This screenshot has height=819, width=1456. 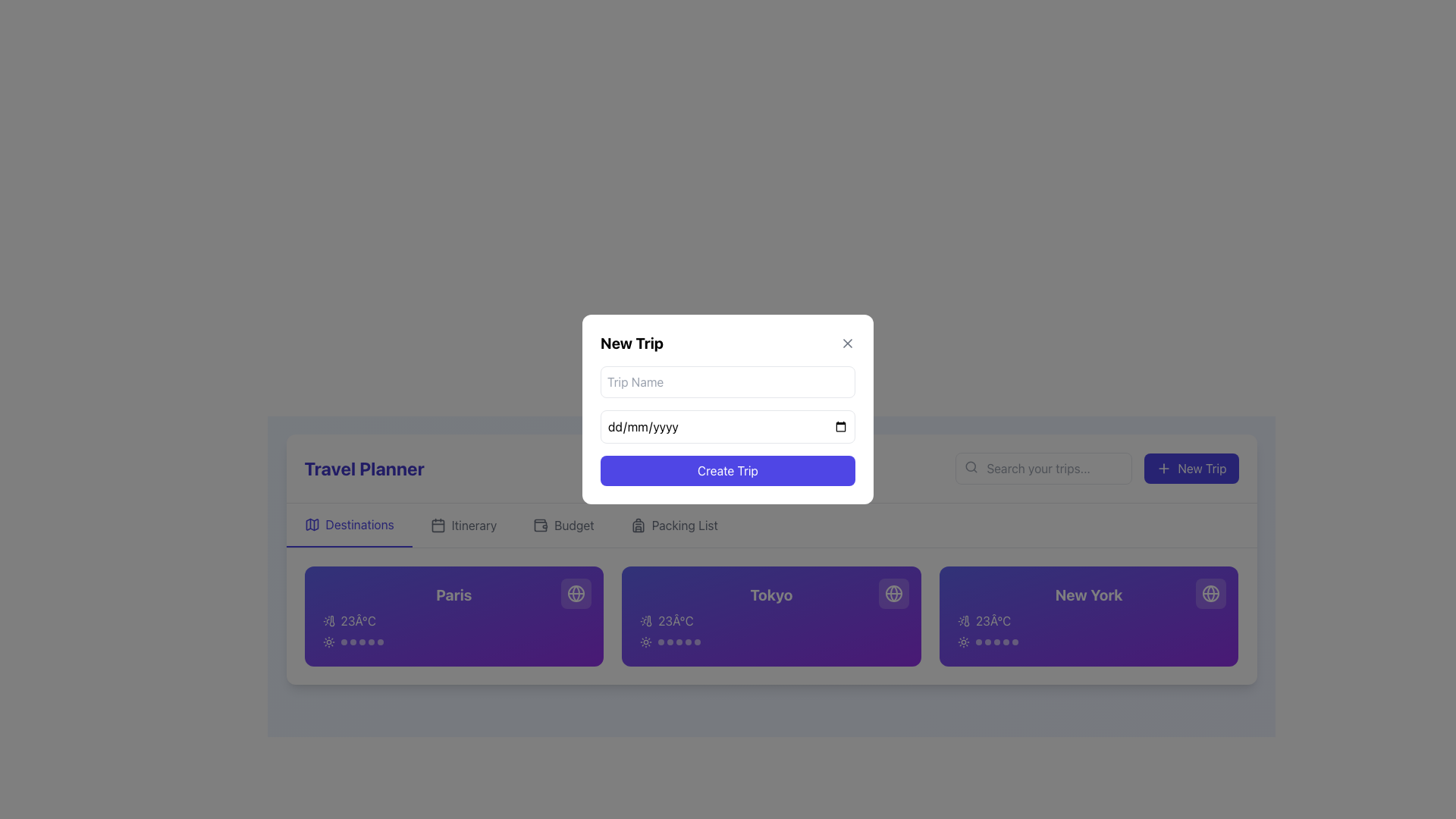 I want to click on the circular outline of the globe icon located in the top-right corner of the 'New York' card, which is displayed against a purple background, so click(x=1210, y=593).